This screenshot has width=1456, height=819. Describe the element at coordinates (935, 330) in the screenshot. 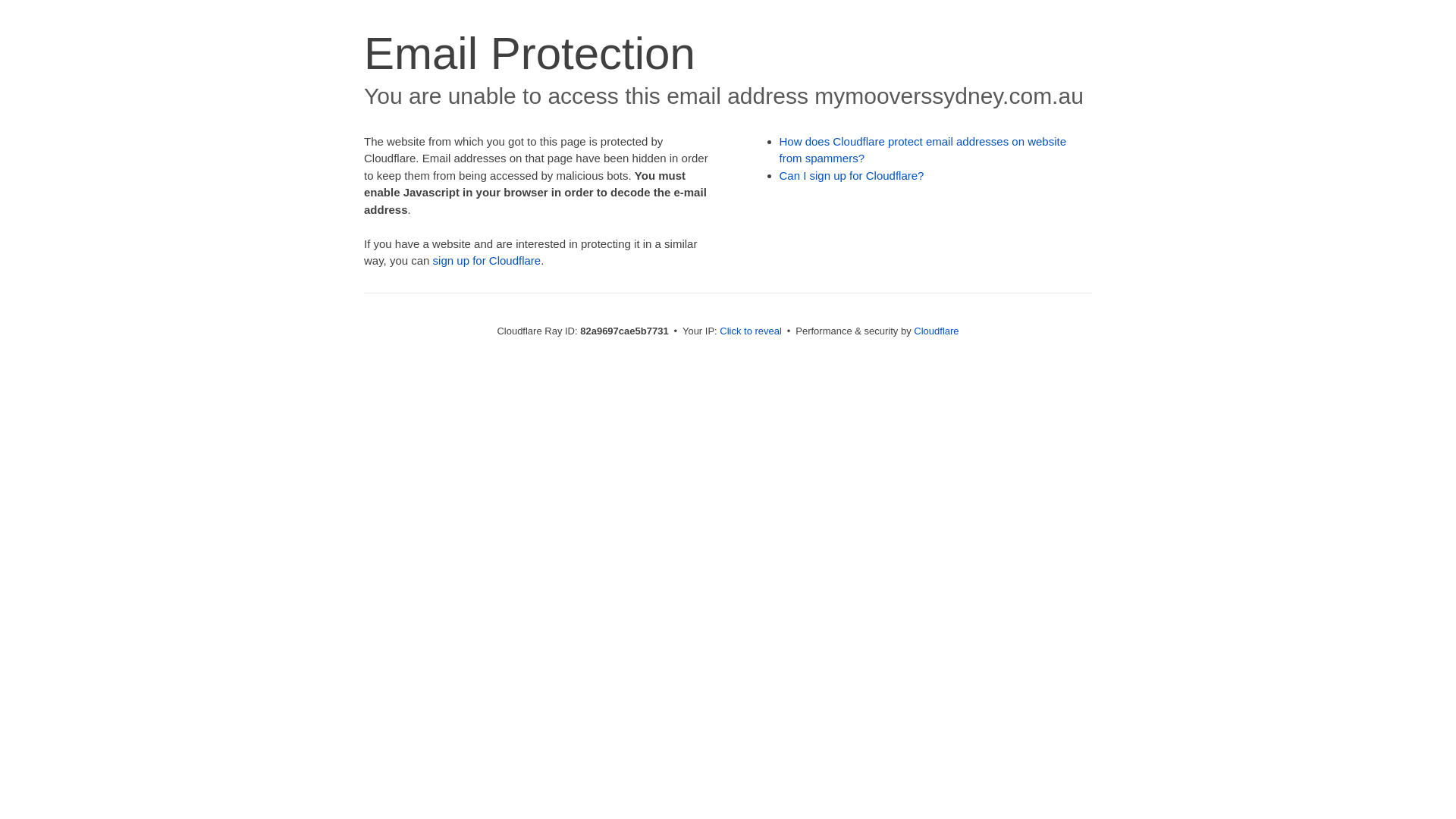

I see `'Cloudflare'` at that location.